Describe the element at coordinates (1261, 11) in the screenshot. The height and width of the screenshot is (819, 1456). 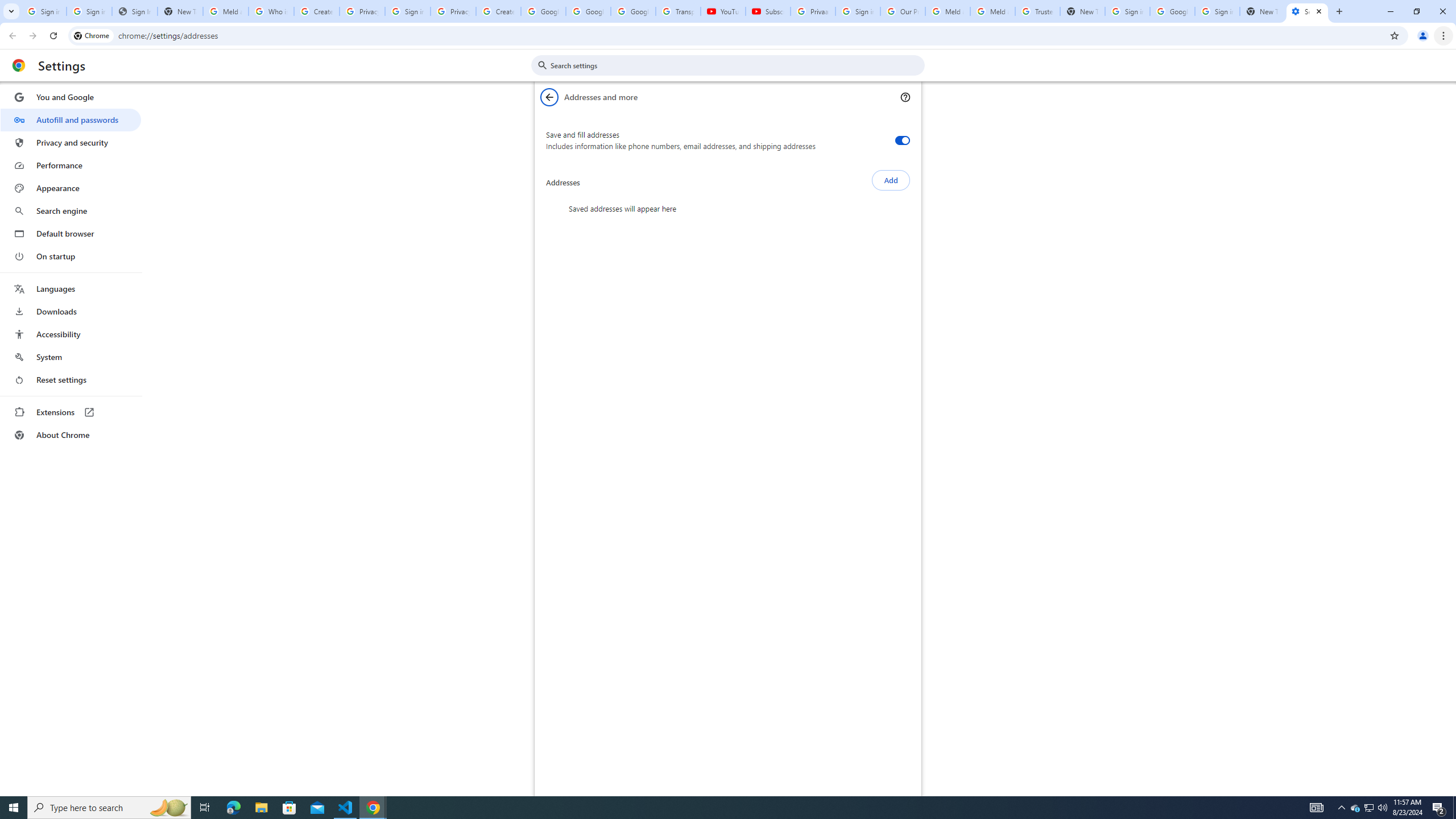
I see `'New Tab'` at that location.